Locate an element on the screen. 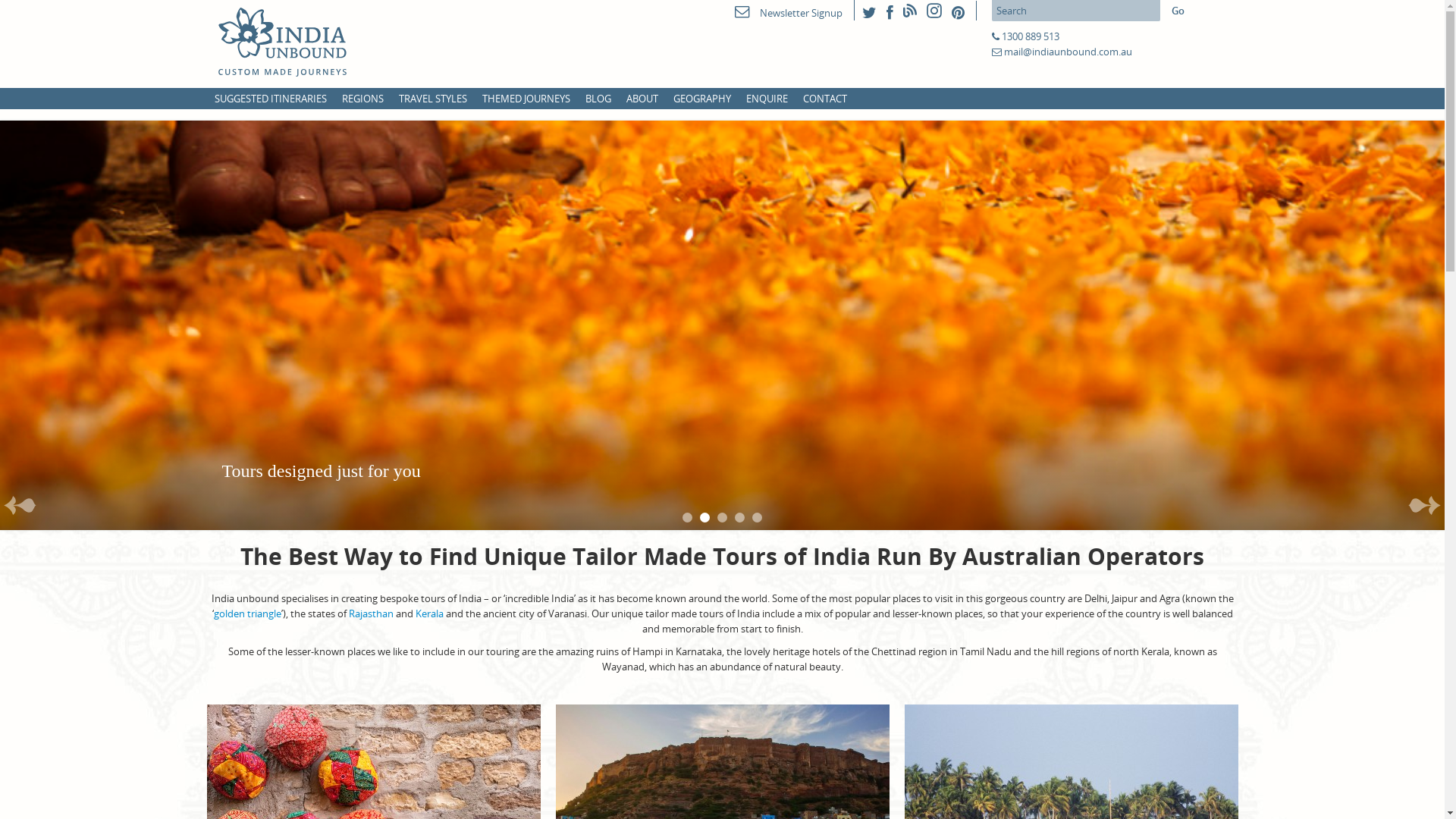 This screenshot has height=819, width=1456. 'Newsletter Signup' is located at coordinates (787, 12).